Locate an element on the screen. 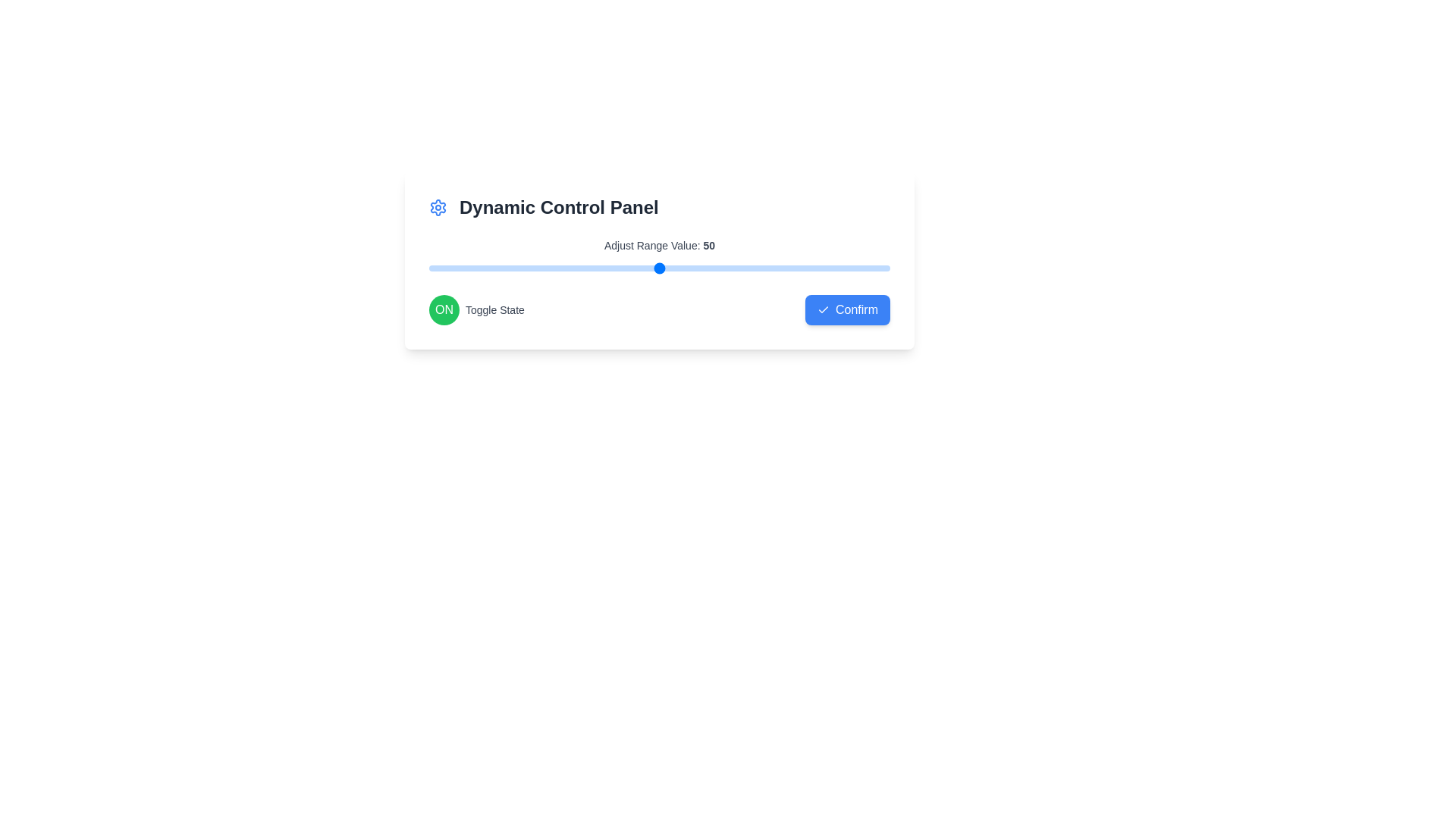 The width and height of the screenshot is (1456, 819). the text label that says 'Toggle State', which is styled in gray and positioned to the right of the green circular button labeled 'ON' is located at coordinates (494, 309).